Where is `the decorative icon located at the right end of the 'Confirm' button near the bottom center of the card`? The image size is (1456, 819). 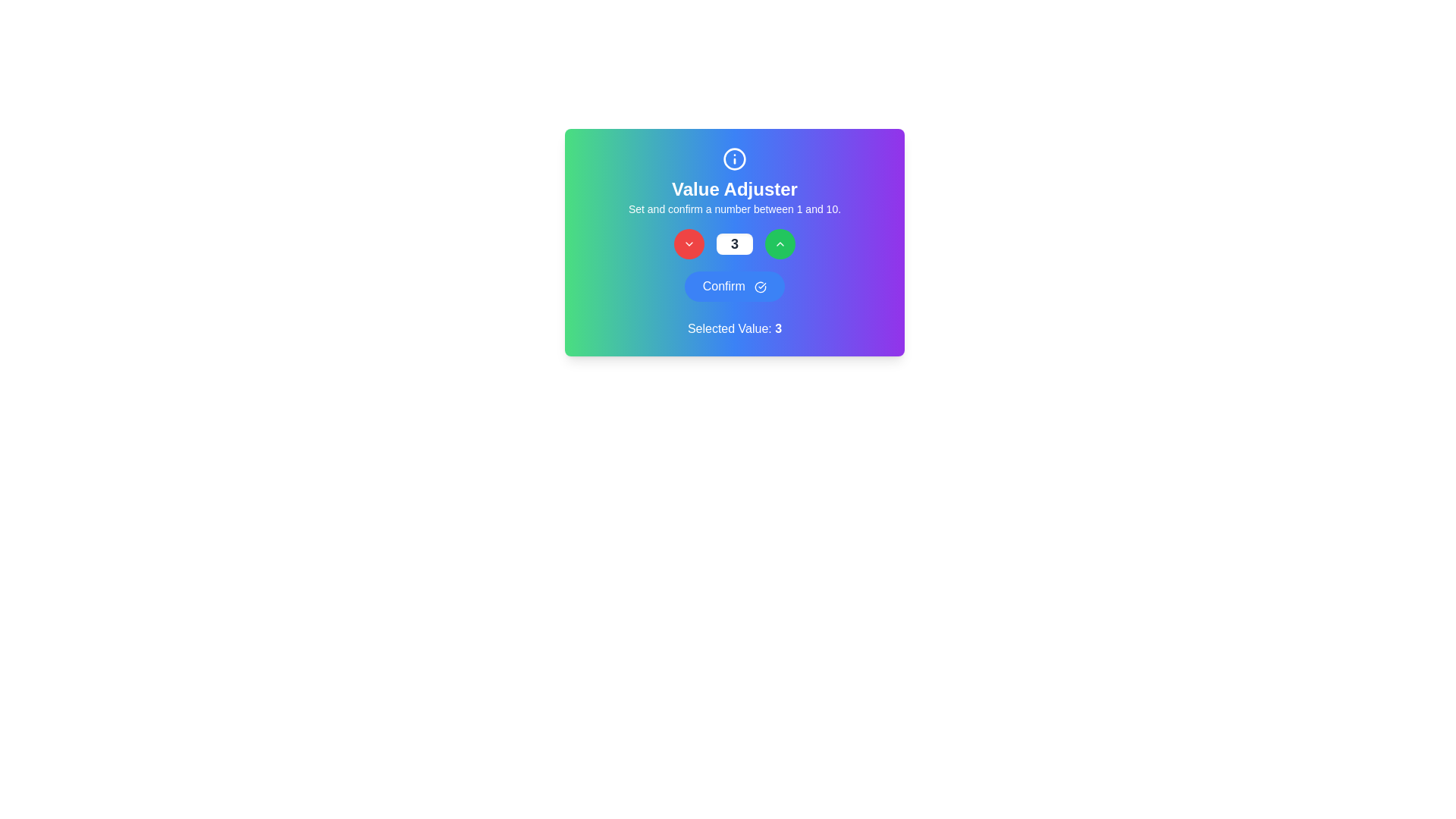
the decorative icon located at the right end of the 'Confirm' button near the bottom center of the card is located at coordinates (761, 287).